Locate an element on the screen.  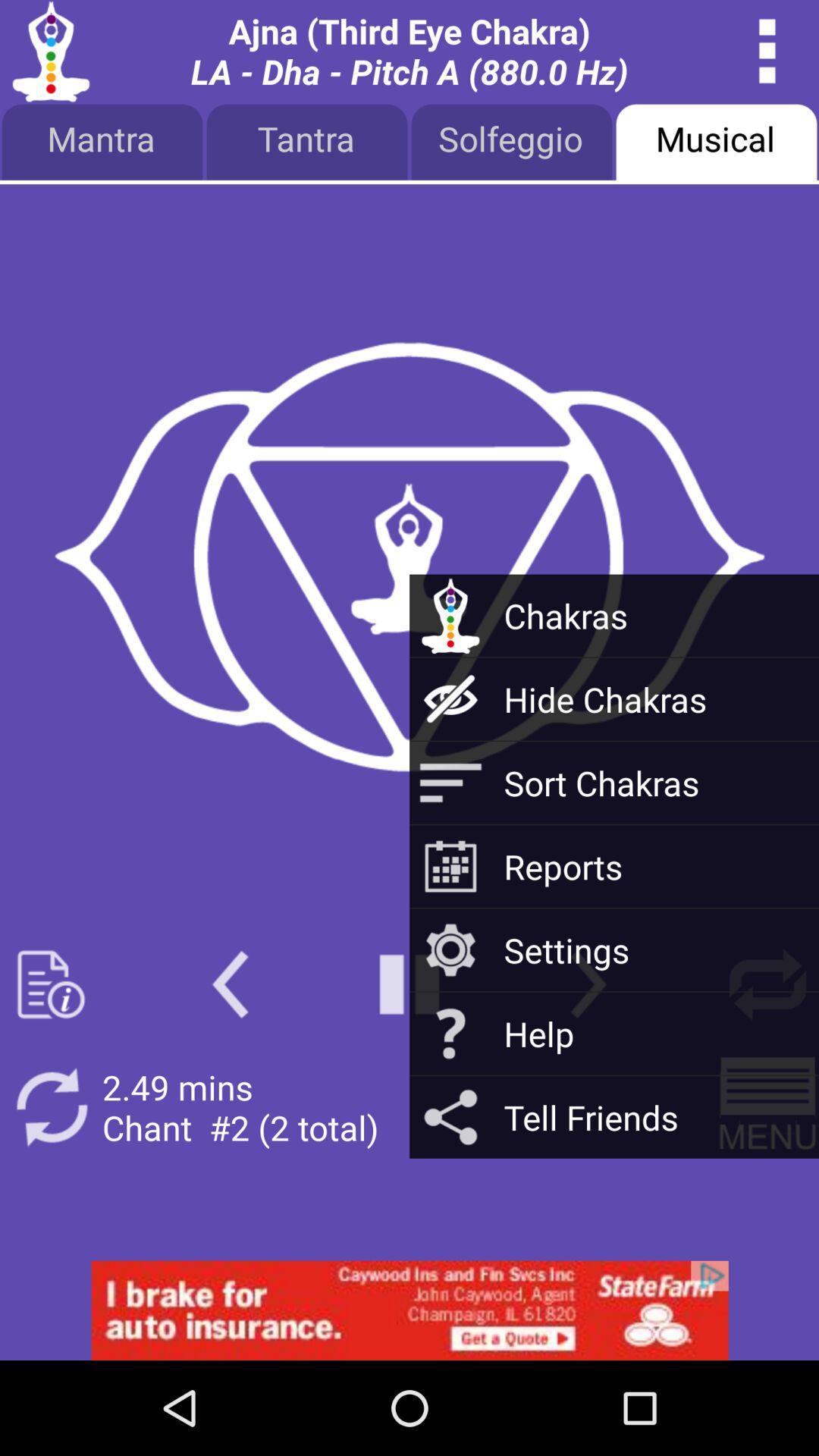
the description icon is located at coordinates (50, 1053).